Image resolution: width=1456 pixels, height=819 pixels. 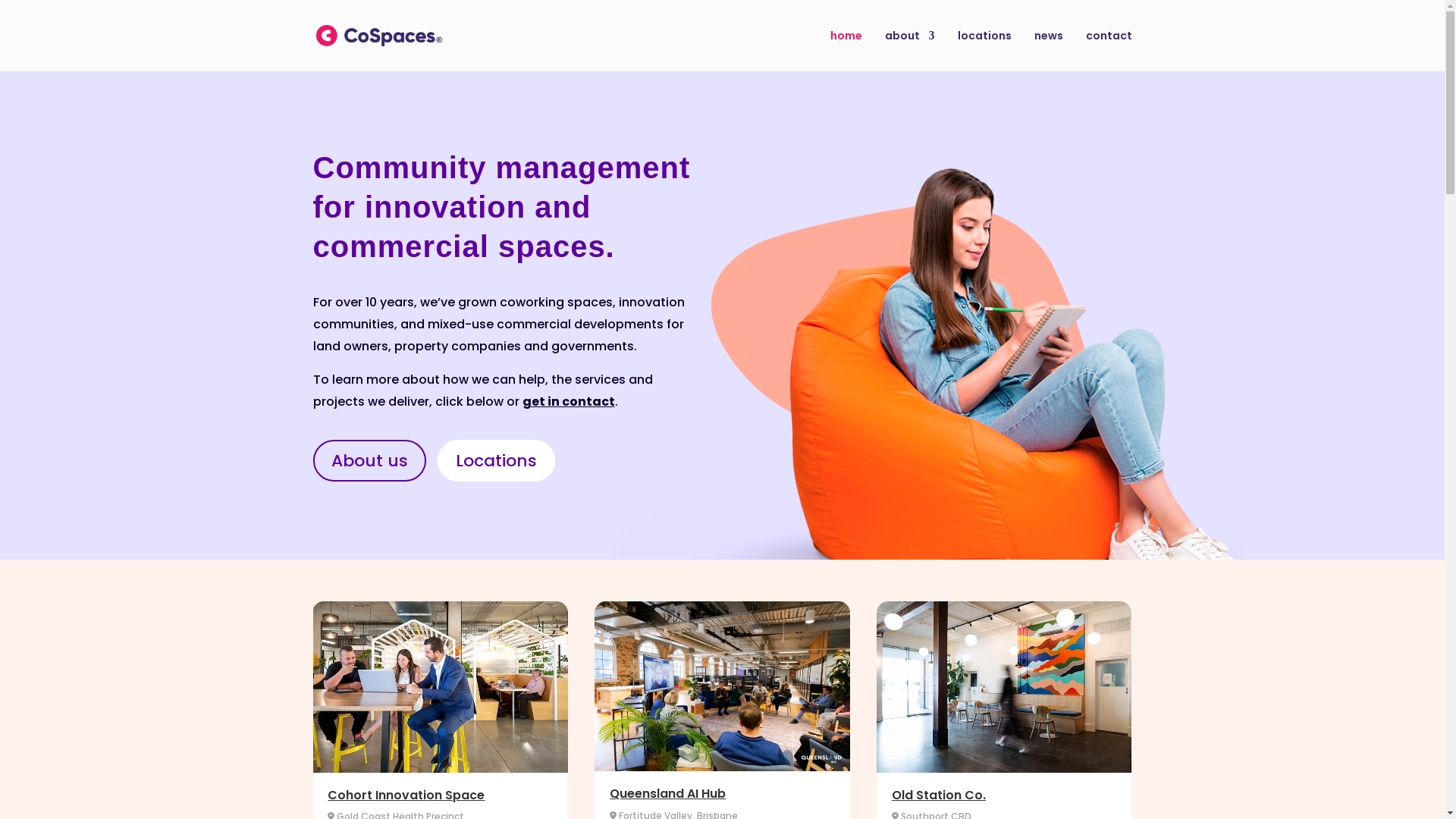 What do you see at coordinates (1047, 49) in the screenshot?
I see `'news'` at bounding box center [1047, 49].